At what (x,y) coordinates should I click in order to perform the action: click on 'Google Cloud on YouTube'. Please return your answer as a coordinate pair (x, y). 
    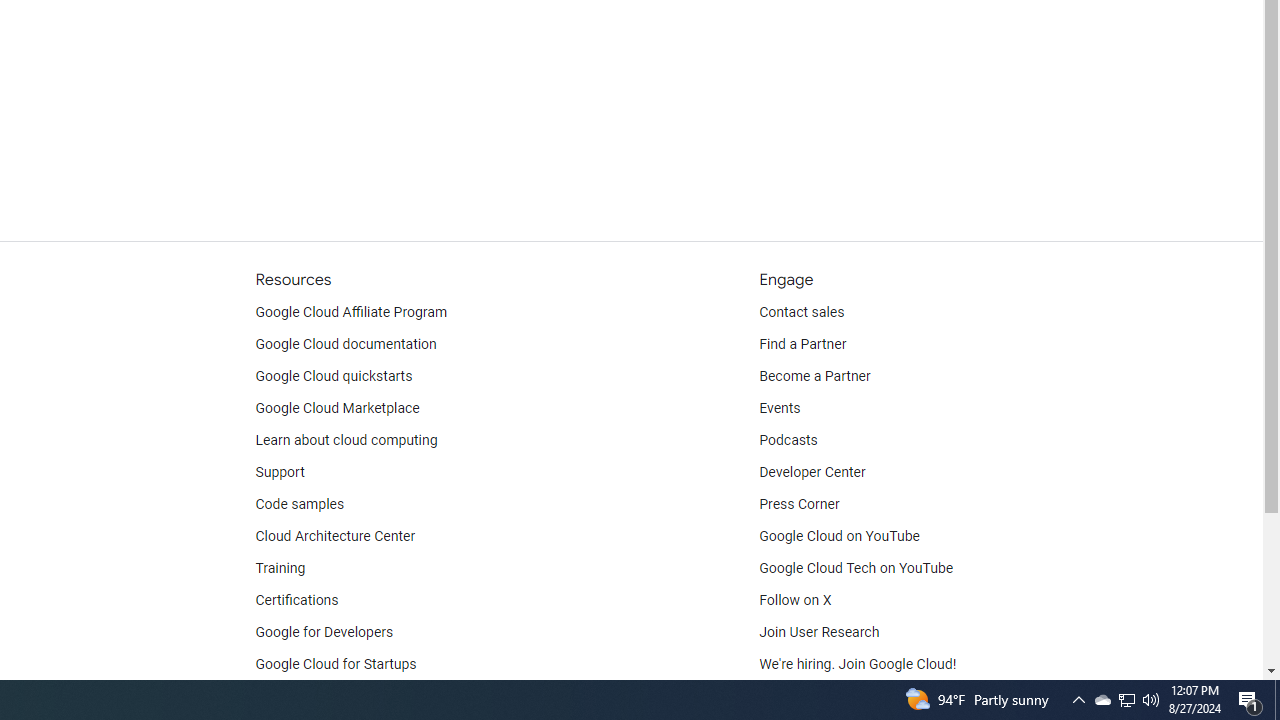
    Looking at the image, I should click on (839, 536).